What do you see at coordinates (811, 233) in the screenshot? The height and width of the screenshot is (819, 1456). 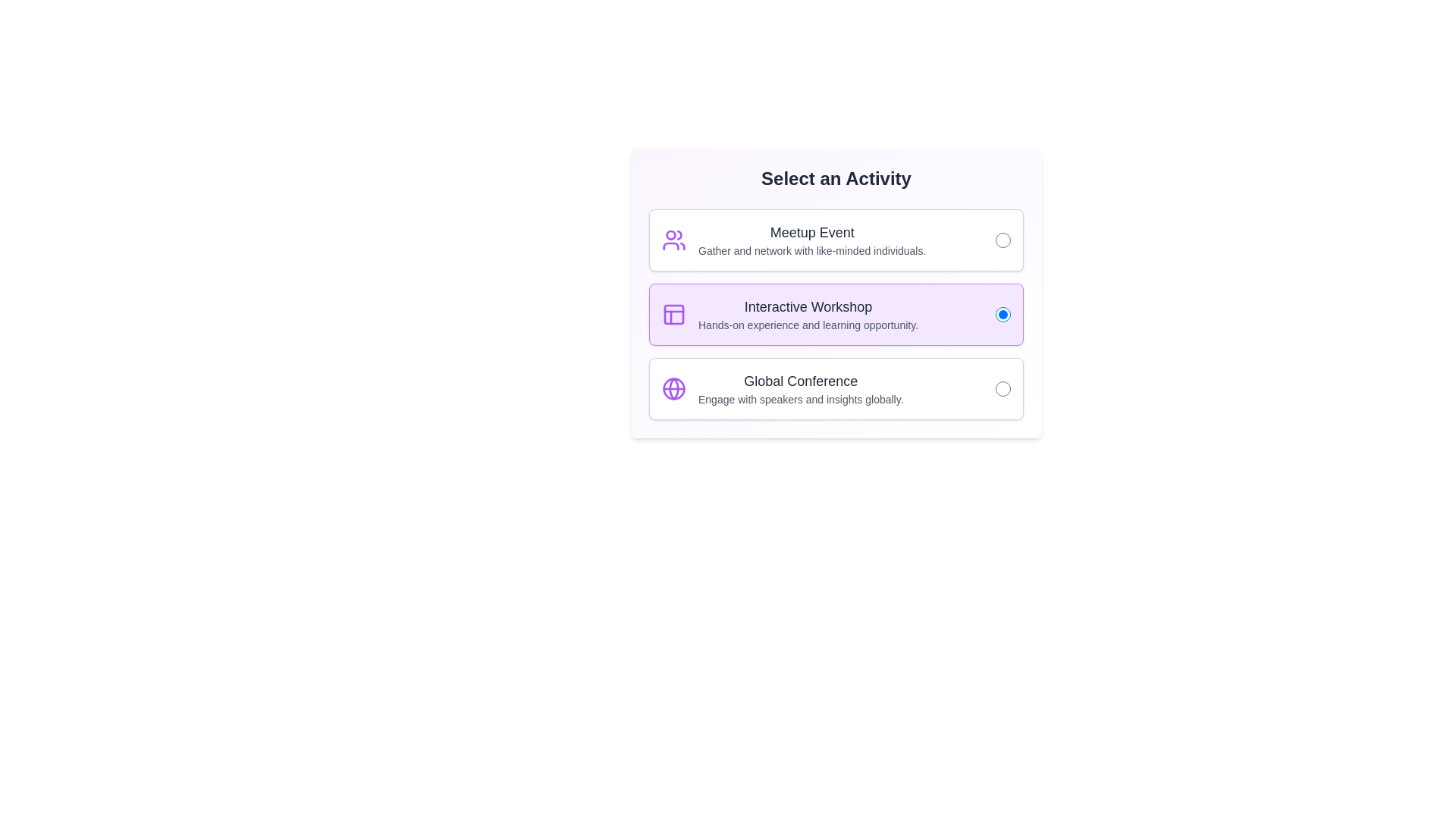 I see `the 'Meetup Event' text label which is displayed in a bold, large font style and is centrally aligned above the description text within a white box` at bounding box center [811, 233].